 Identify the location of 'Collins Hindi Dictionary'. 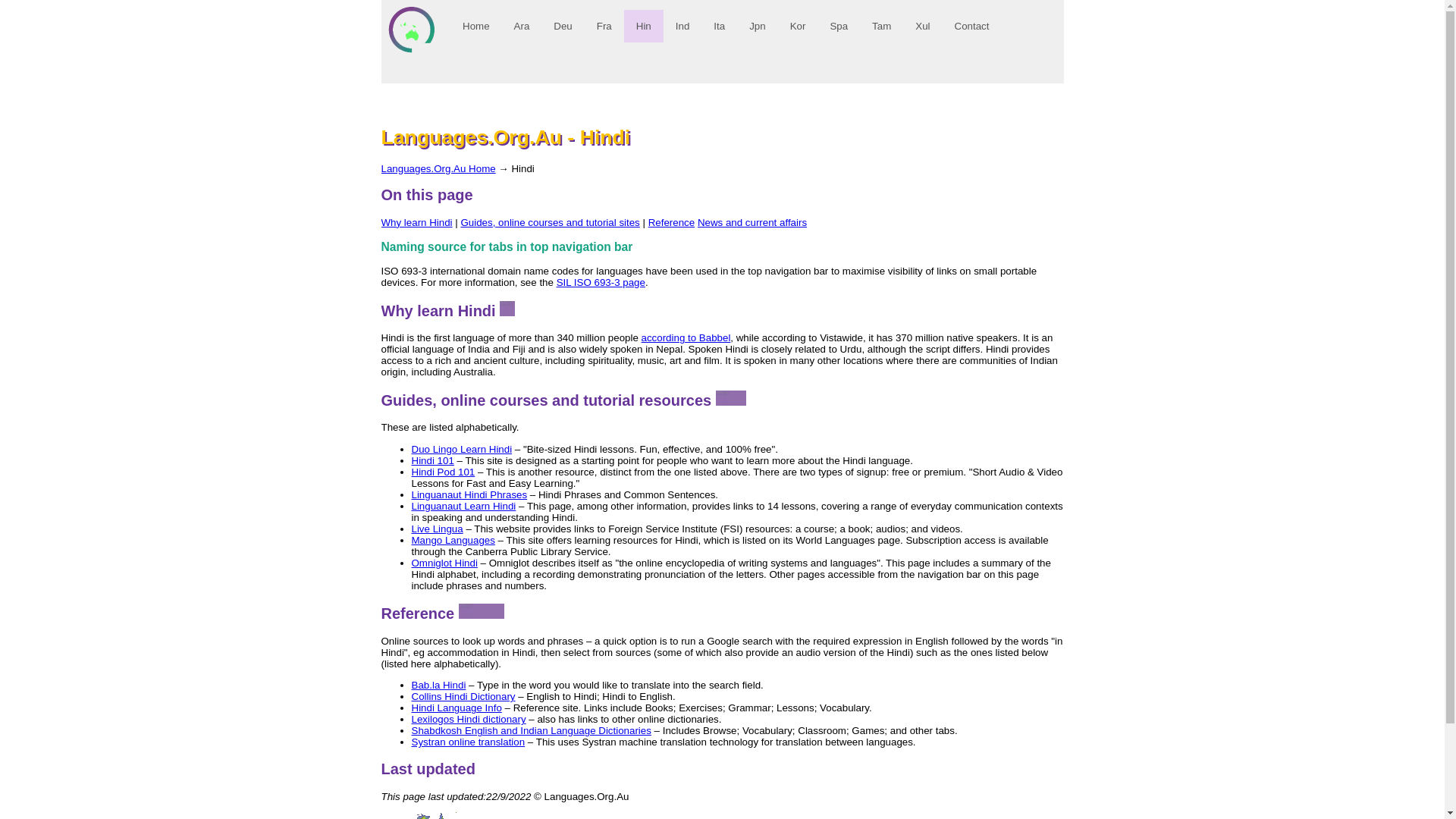
(462, 696).